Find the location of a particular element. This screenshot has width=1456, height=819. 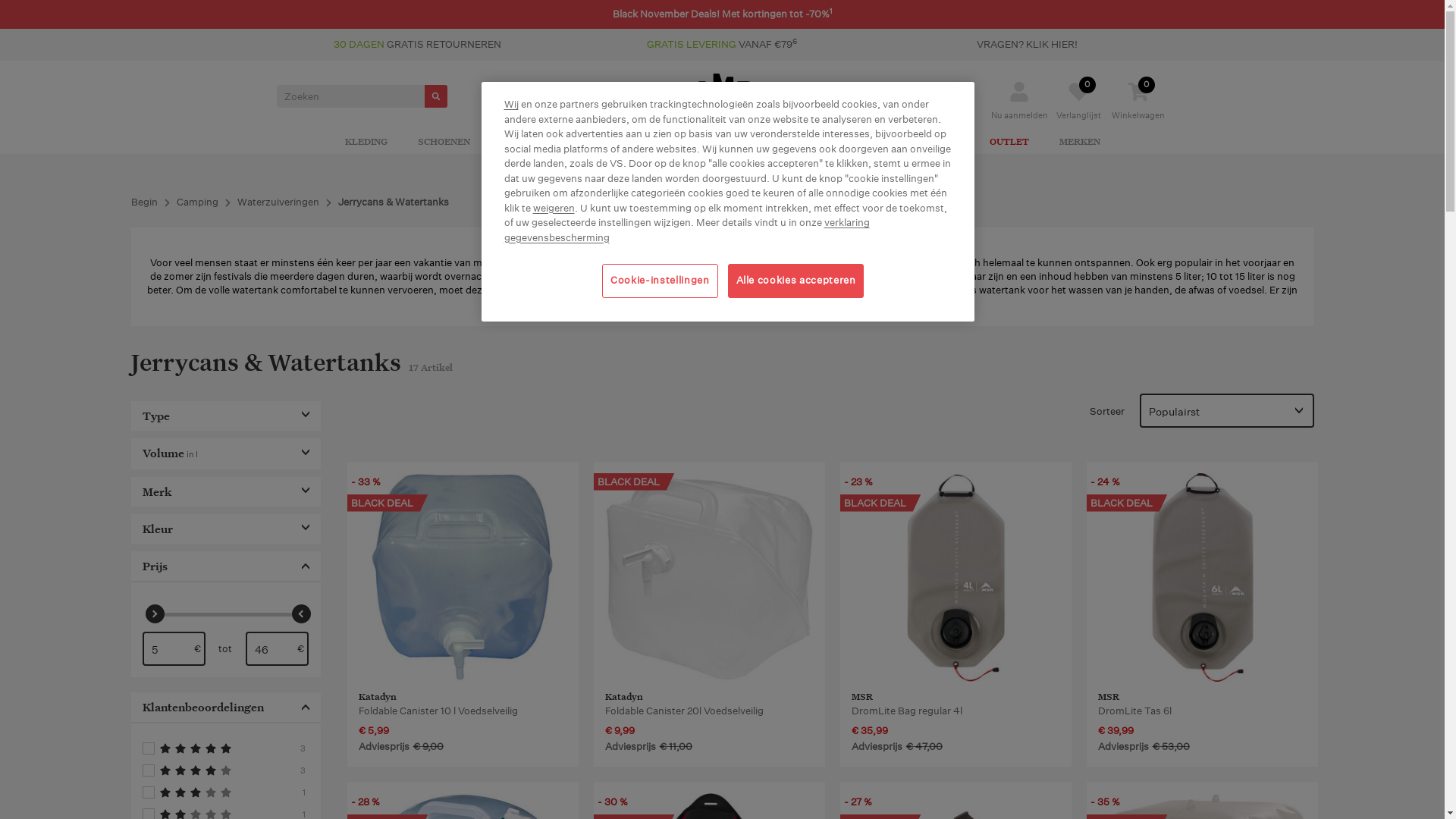

'Filtert naar 3' is located at coordinates (224, 792).